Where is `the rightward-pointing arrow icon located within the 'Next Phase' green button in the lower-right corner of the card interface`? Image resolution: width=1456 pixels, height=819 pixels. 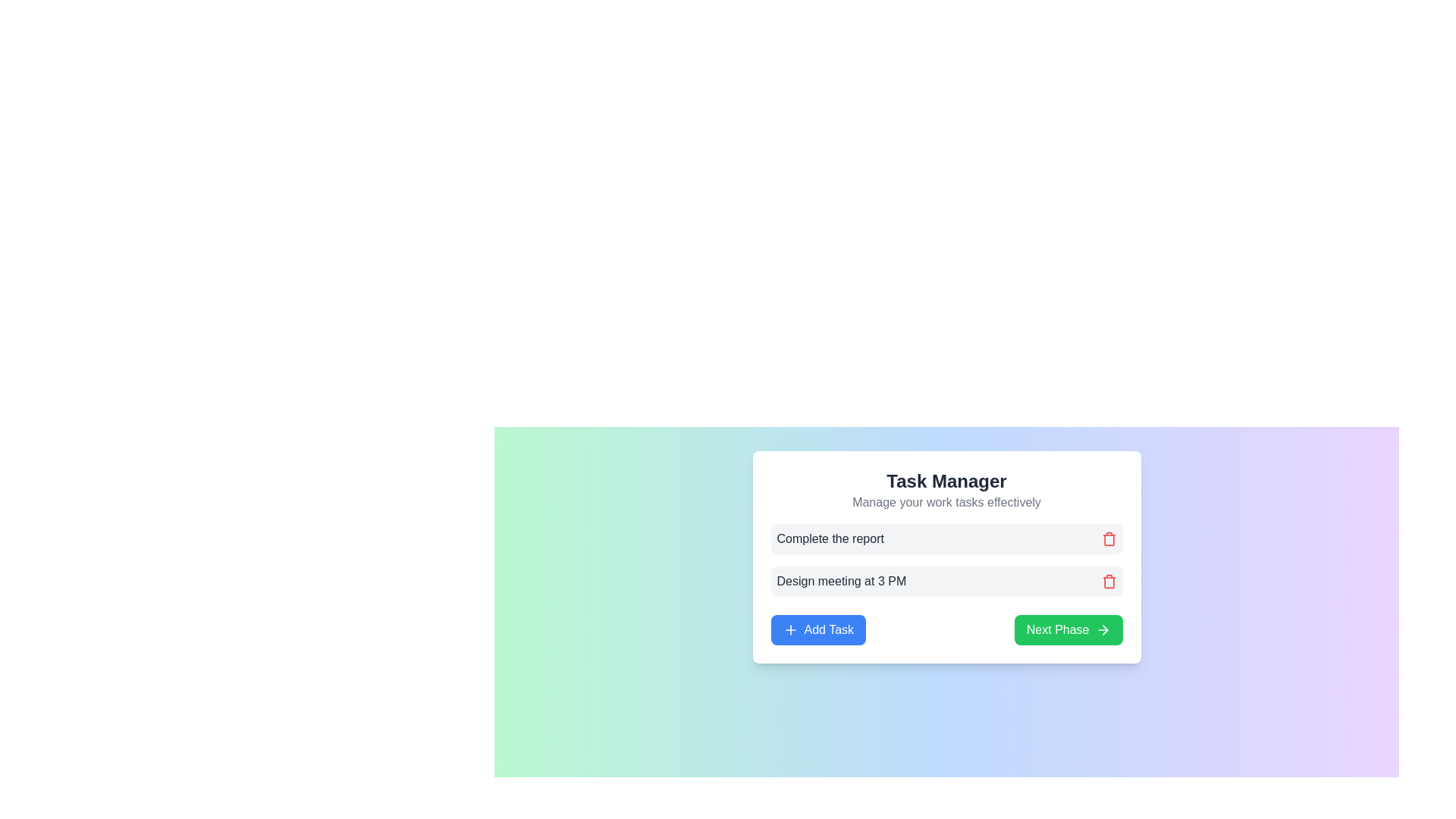
the rightward-pointing arrow icon located within the 'Next Phase' green button in the lower-right corner of the card interface is located at coordinates (1105, 629).